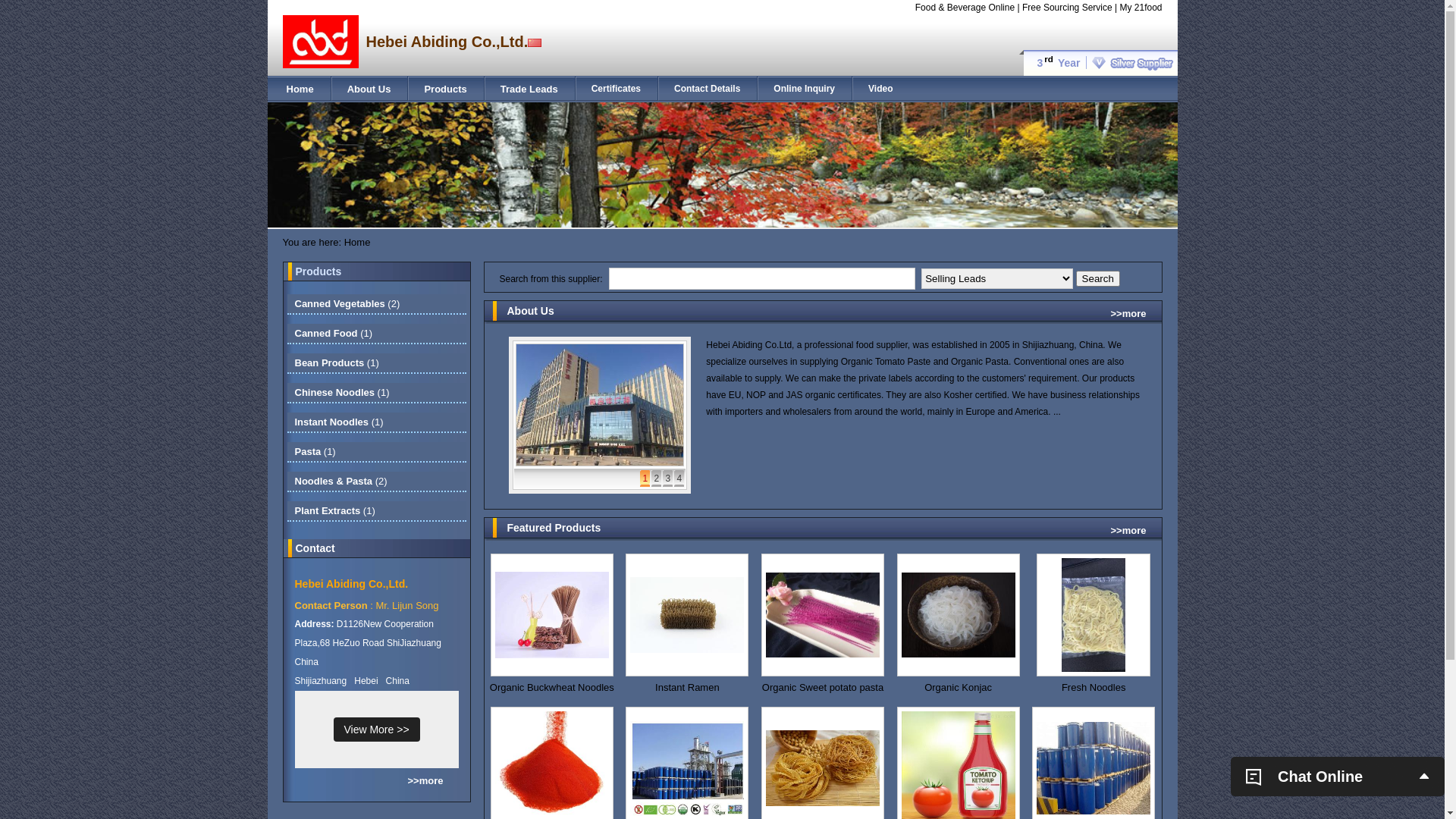 The width and height of the screenshot is (1456, 819). Describe the element at coordinates (803, 88) in the screenshot. I see `'Online Inquiry'` at that location.